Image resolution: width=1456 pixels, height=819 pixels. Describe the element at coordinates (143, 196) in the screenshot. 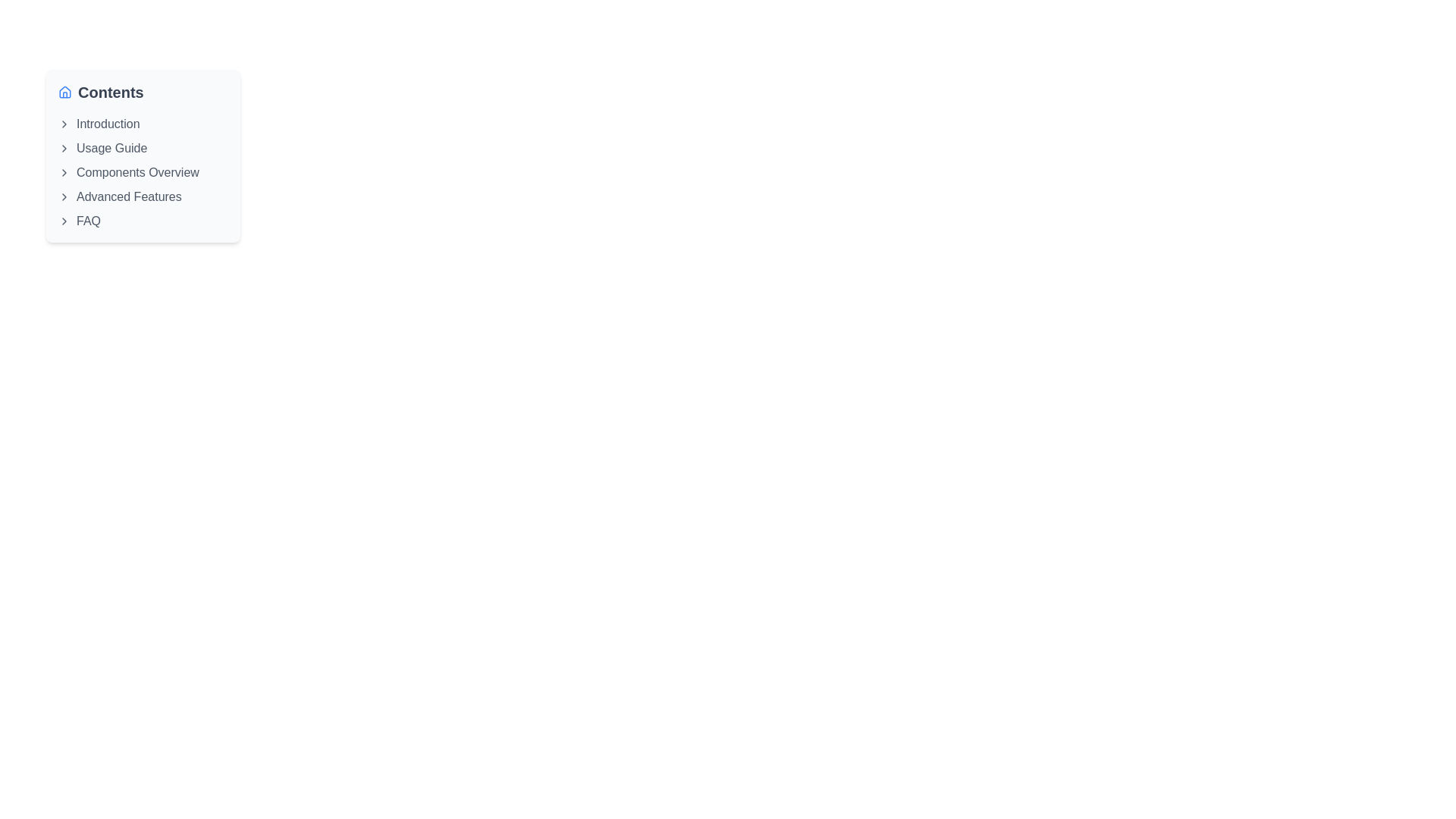

I see `the 'Advanced Features' navigation link in the sidebar to change its text color from gray to blue` at that location.